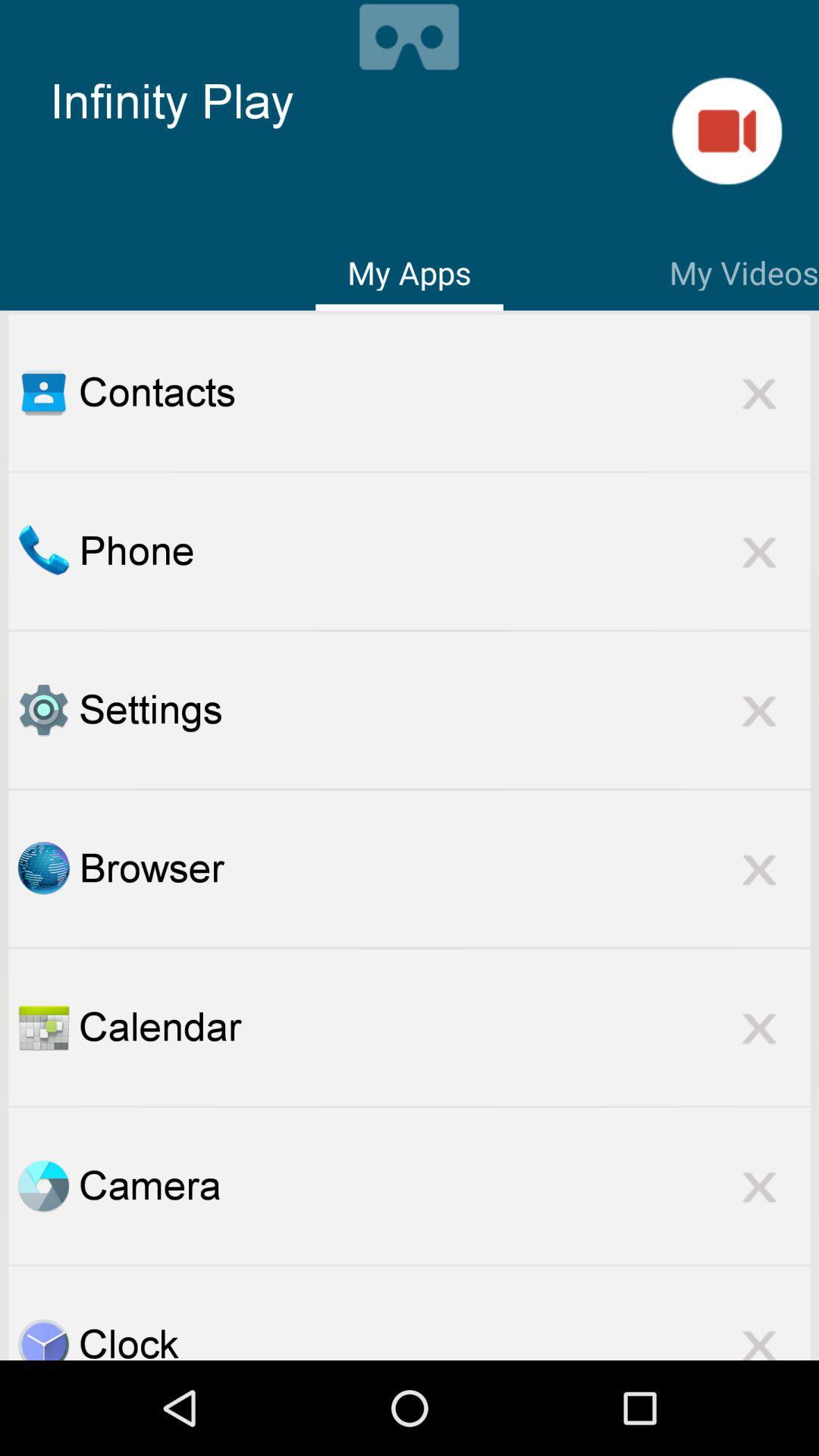  I want to click on open the clock app, so click(42, 1338).